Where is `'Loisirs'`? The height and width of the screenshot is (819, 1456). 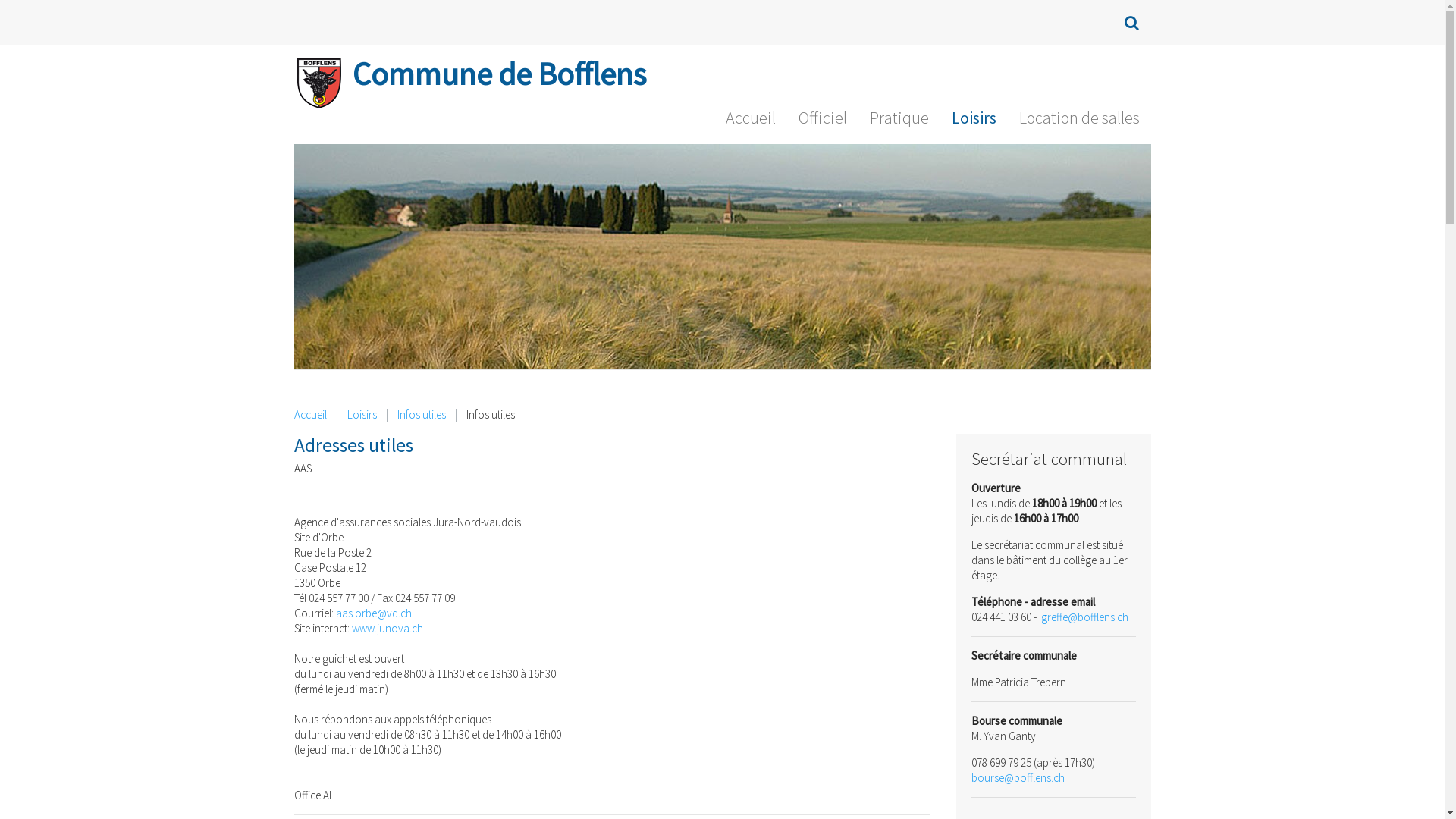 'Loisirs' is located at coordinates (361, 415).